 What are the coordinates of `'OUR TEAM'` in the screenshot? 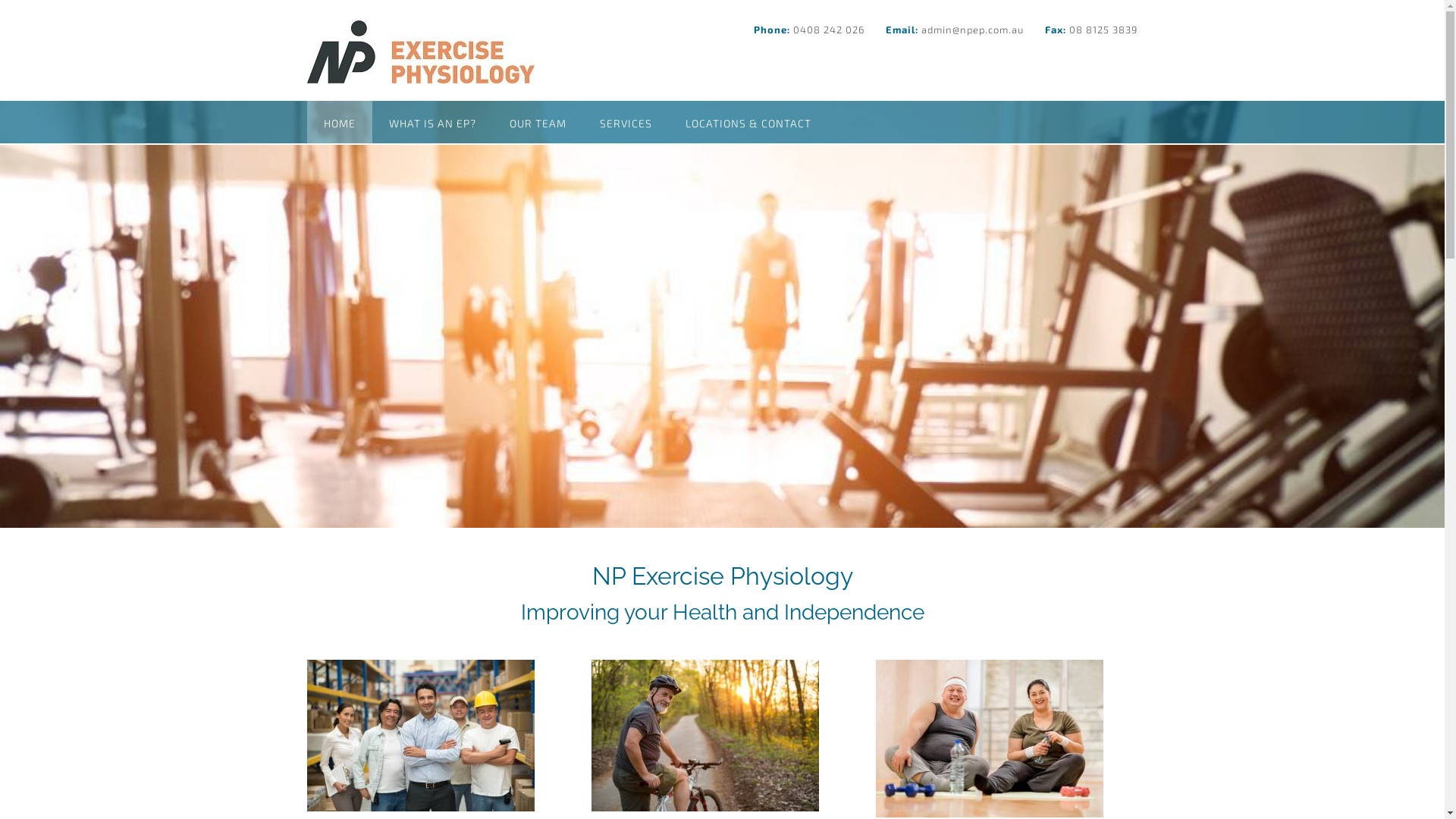 It's located at (538, 121).